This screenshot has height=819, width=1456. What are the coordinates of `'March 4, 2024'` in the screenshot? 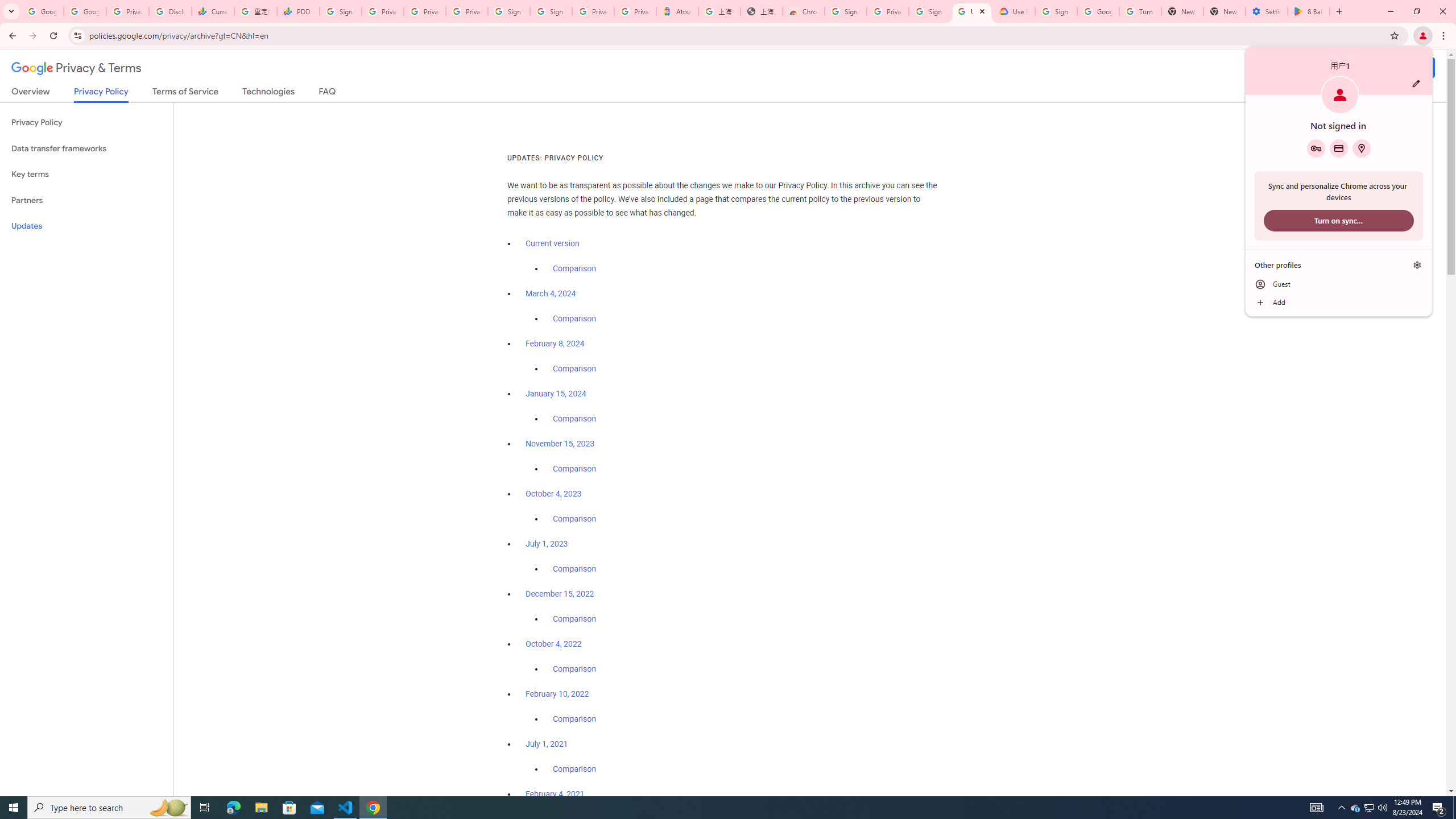 It's located at (550, 293).